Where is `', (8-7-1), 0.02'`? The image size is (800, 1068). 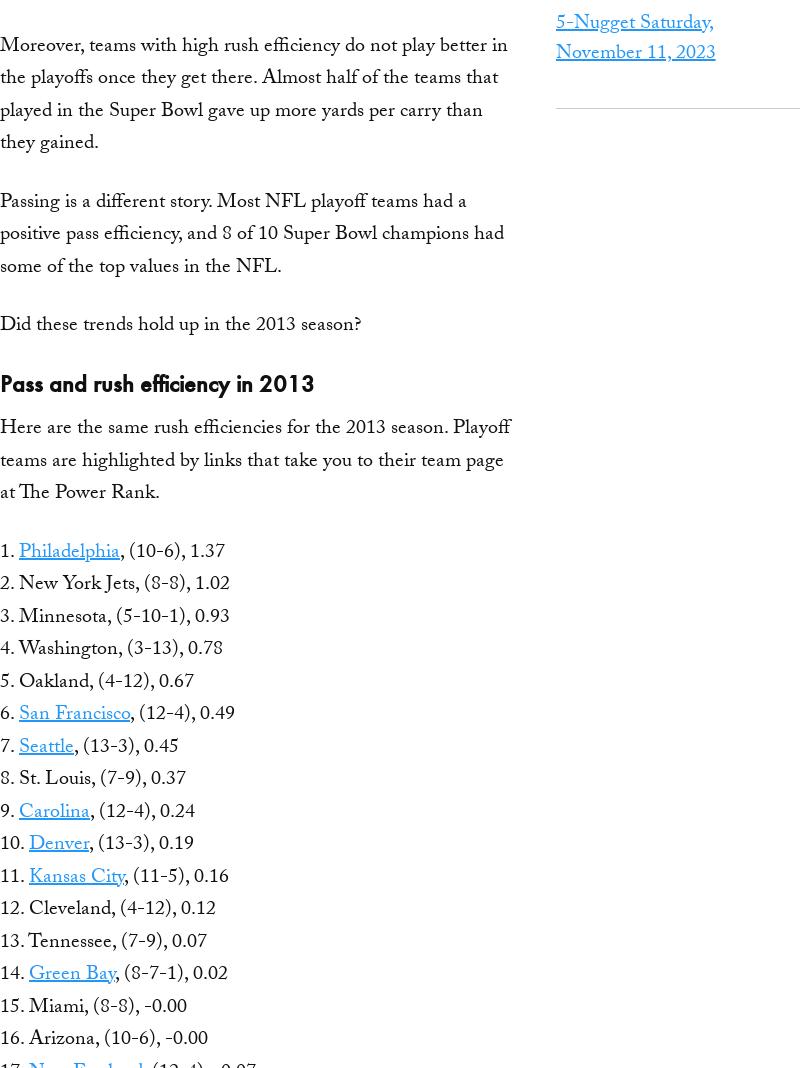 ', (8-7-1), 0.02' is located at coordinates (170, 976).